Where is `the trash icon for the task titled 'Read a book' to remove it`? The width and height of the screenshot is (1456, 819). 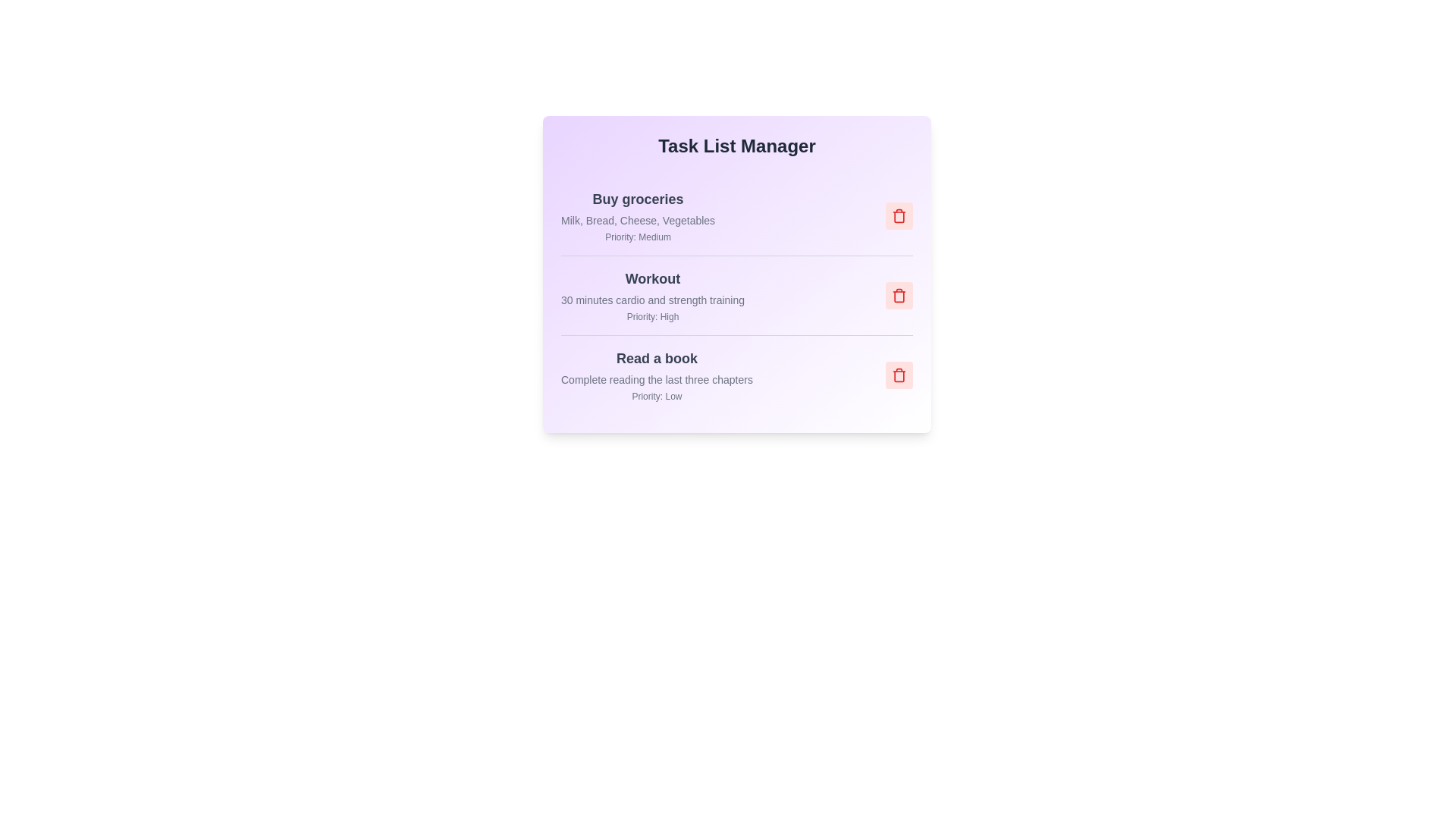 the trash icon for the task titled 'Read a book' to remove it is located at coordinates (899, 375).